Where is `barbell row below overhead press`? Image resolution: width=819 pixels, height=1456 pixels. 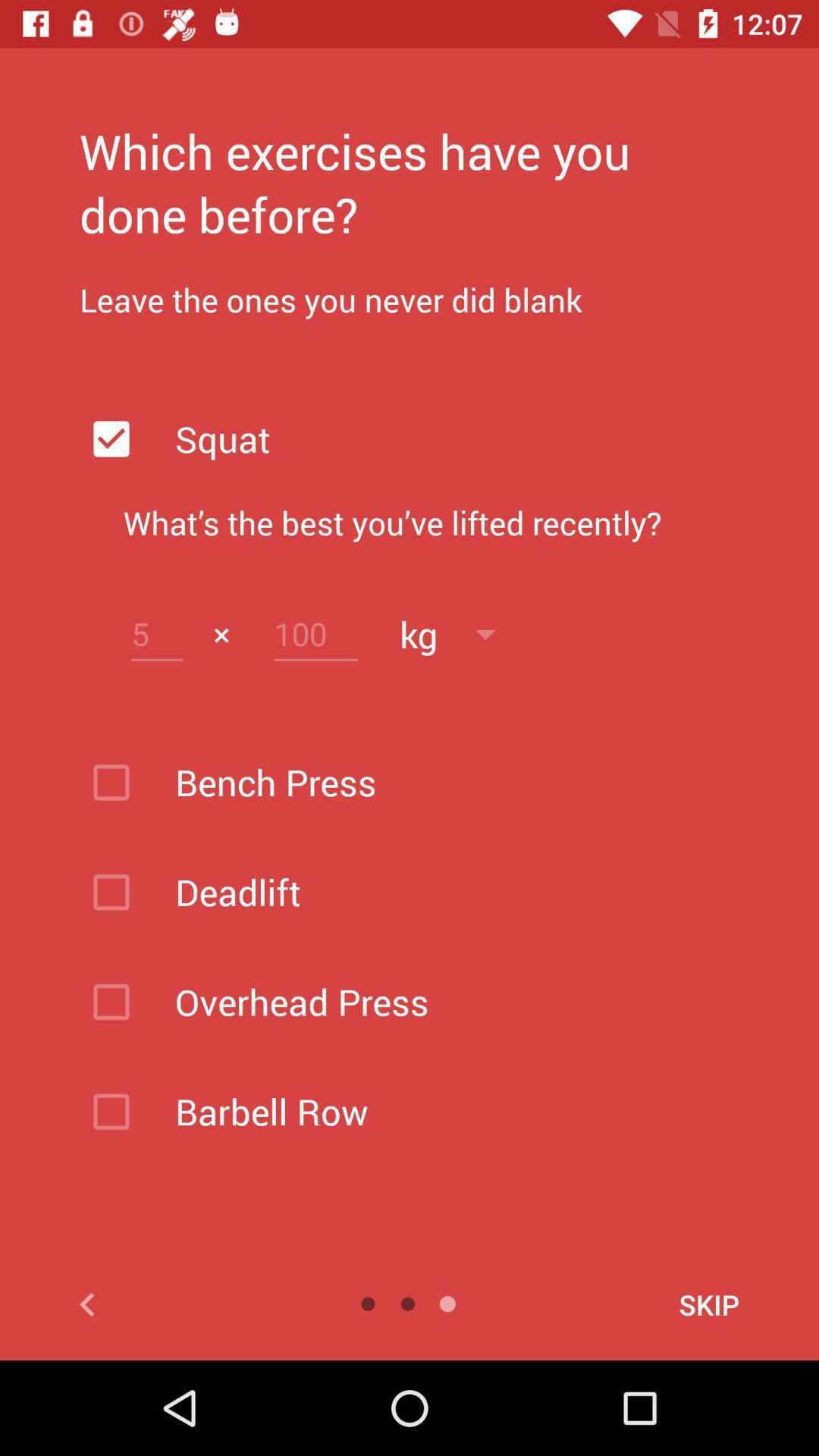 barbell row below overhead press is located at coordinates (448, 1111).